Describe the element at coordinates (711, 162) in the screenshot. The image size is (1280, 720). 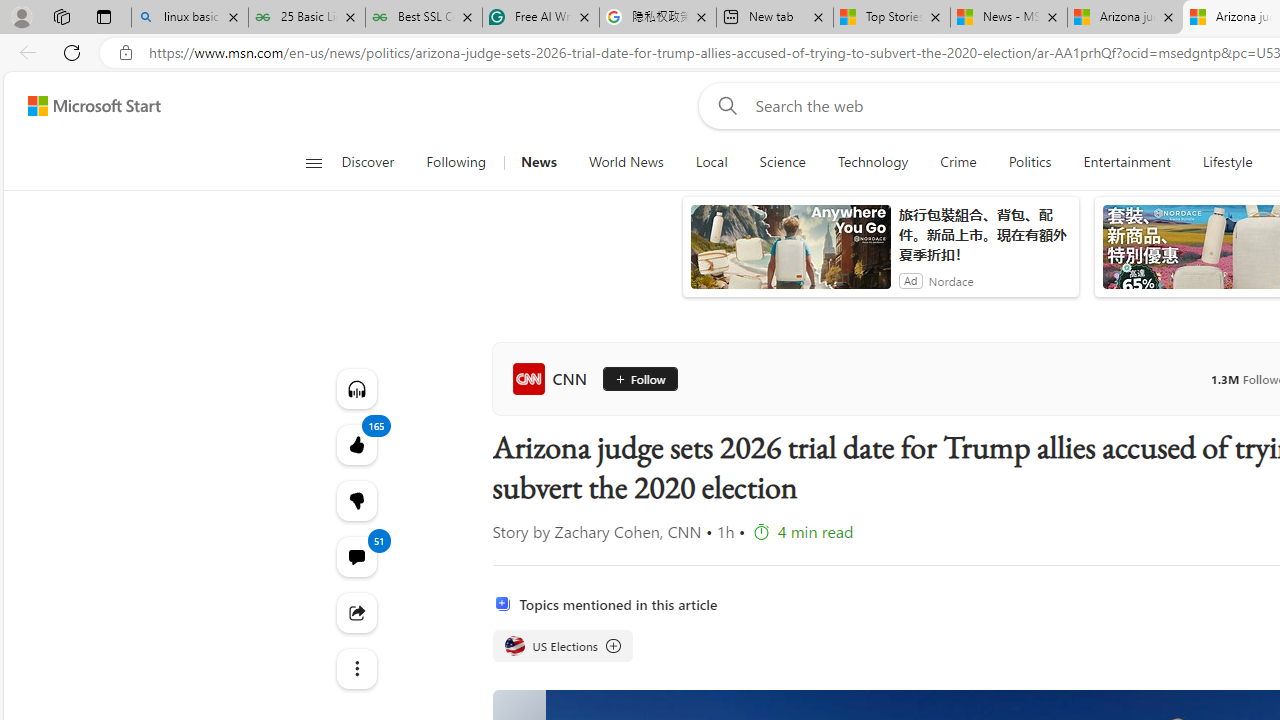
I see `'Local'` at that location.